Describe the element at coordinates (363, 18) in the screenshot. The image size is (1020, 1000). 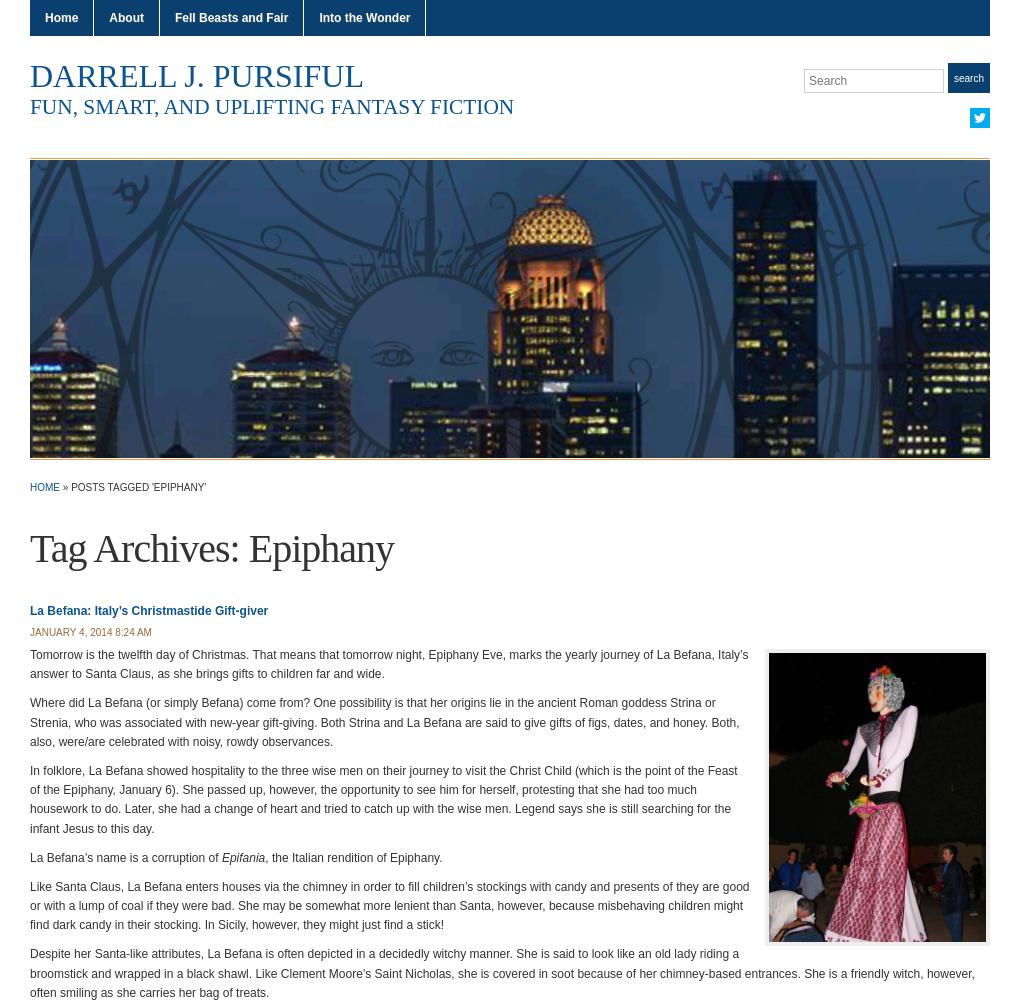
I see `'Into the Wonder'` at that location.